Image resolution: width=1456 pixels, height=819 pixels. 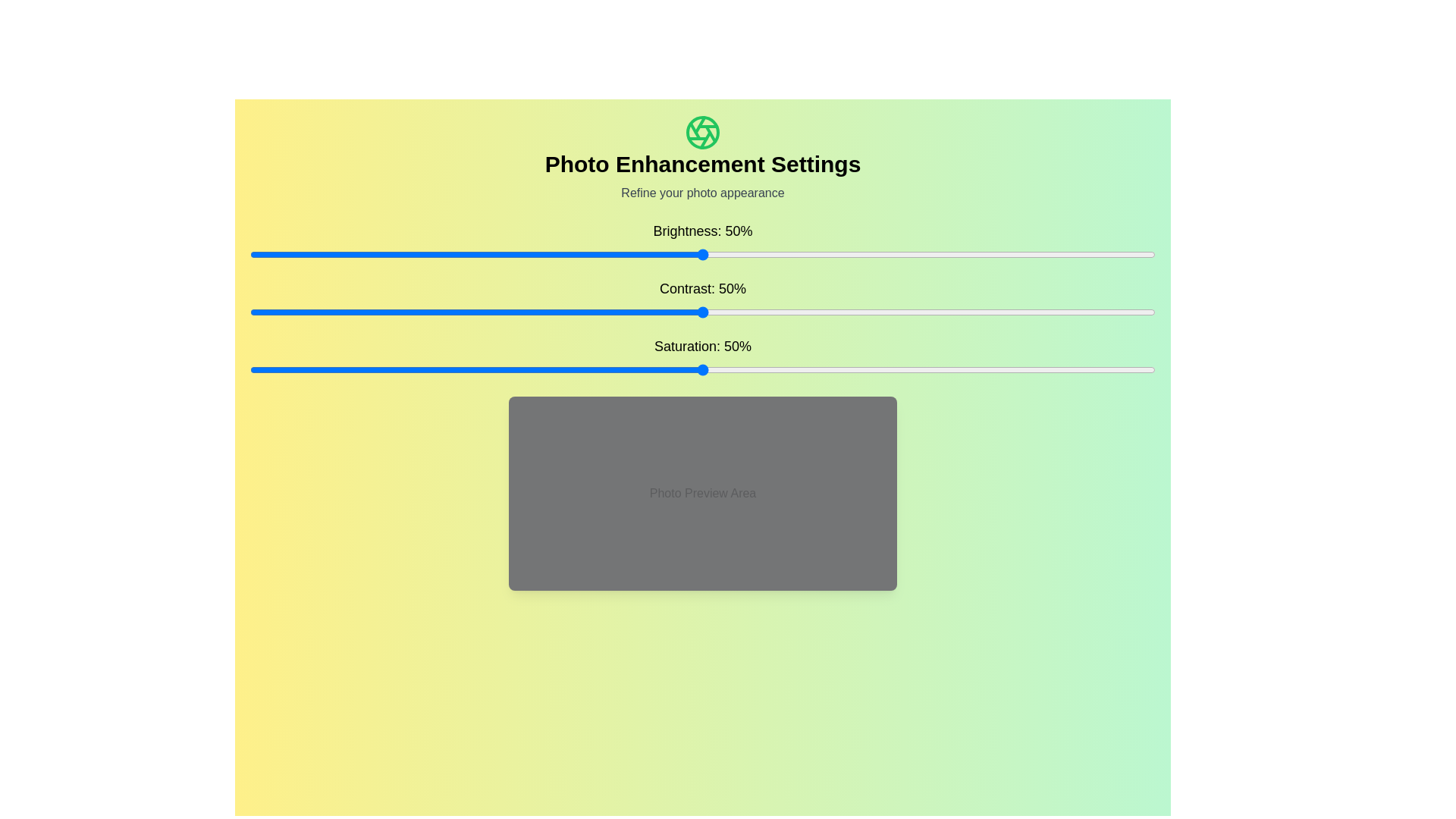 I want to click on the contrast slider to set the contrast to 48%, so click(x=684, y=312).